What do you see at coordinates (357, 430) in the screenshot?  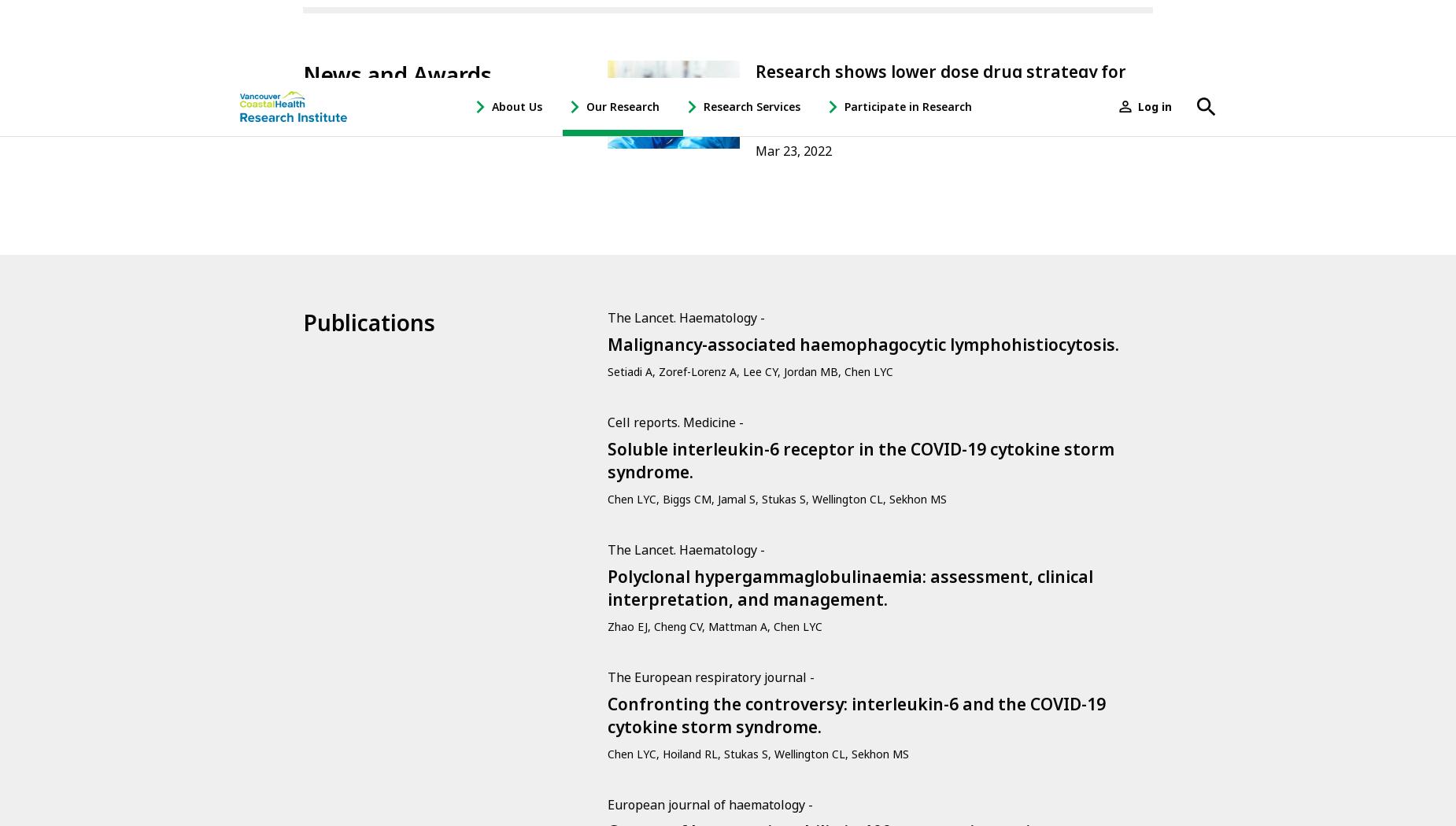 I see `'Get updates!'` at bounding box center [357, 430].